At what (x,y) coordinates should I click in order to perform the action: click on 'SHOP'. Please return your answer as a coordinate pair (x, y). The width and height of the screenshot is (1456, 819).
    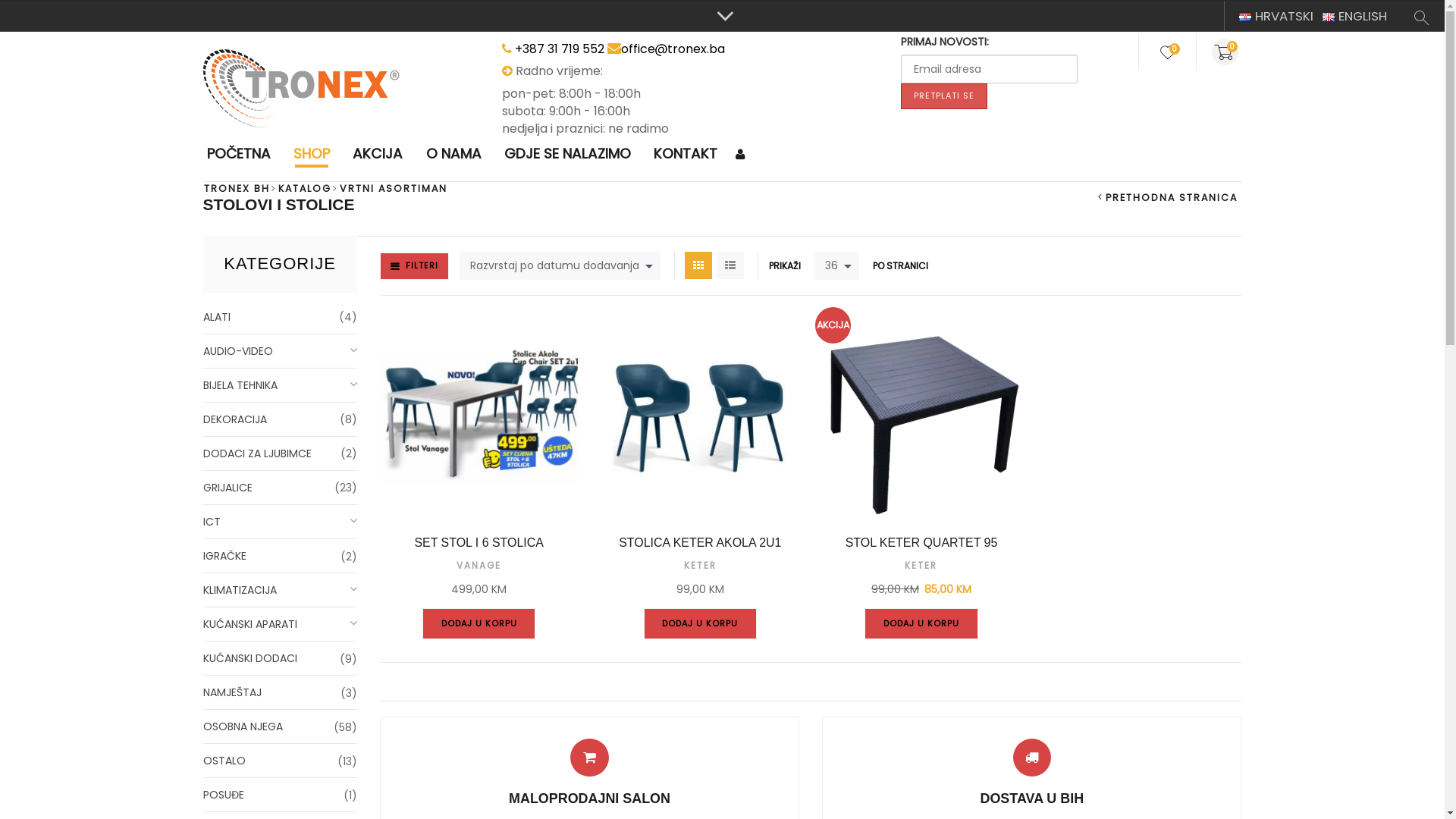
    Looking at the image, I should click on (290, 154).